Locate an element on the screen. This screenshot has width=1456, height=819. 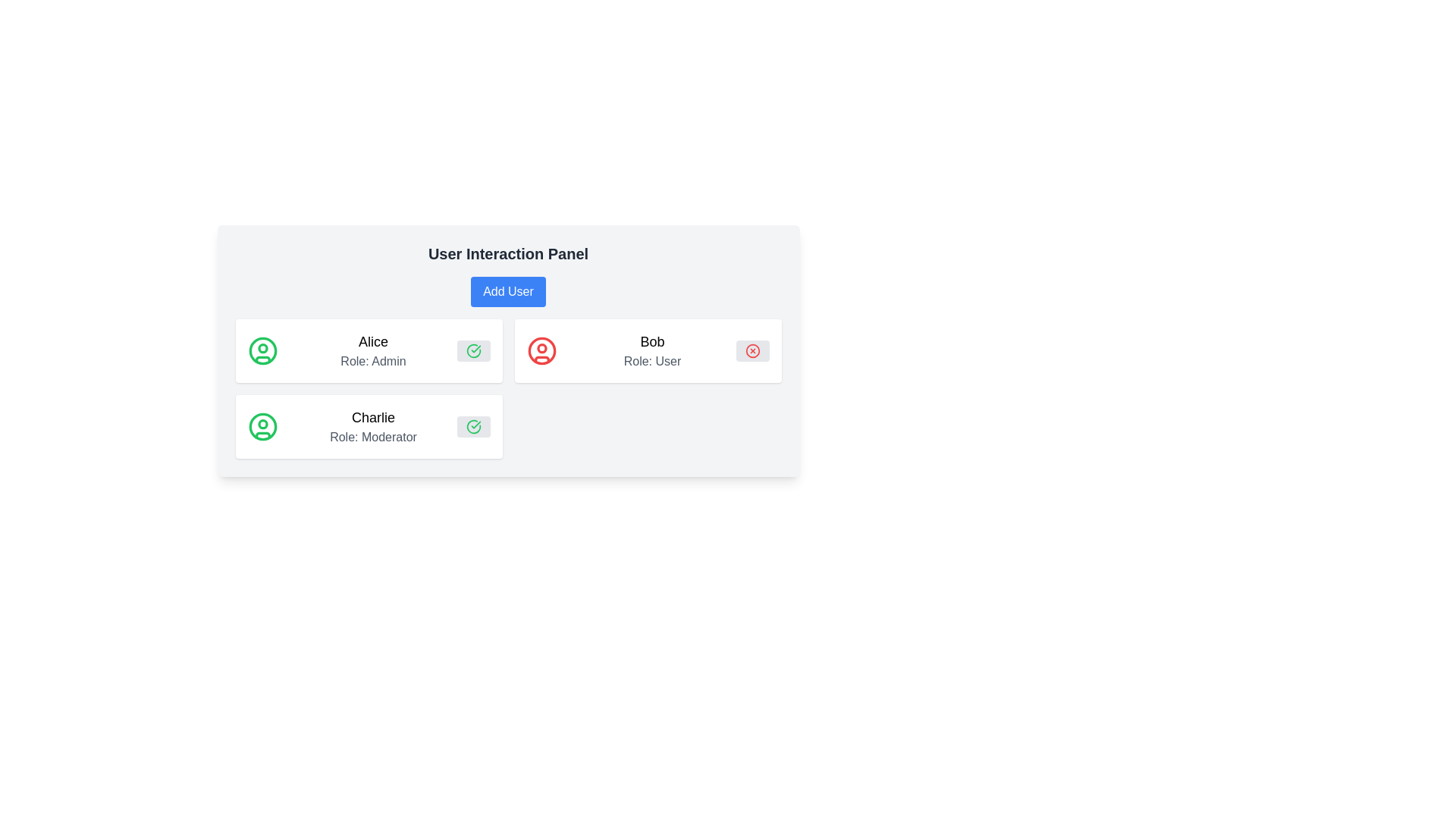
the small red circular Graphical SVG element located in the top part of the user avatar icon representing Bob is located at coordinates (541, 348).